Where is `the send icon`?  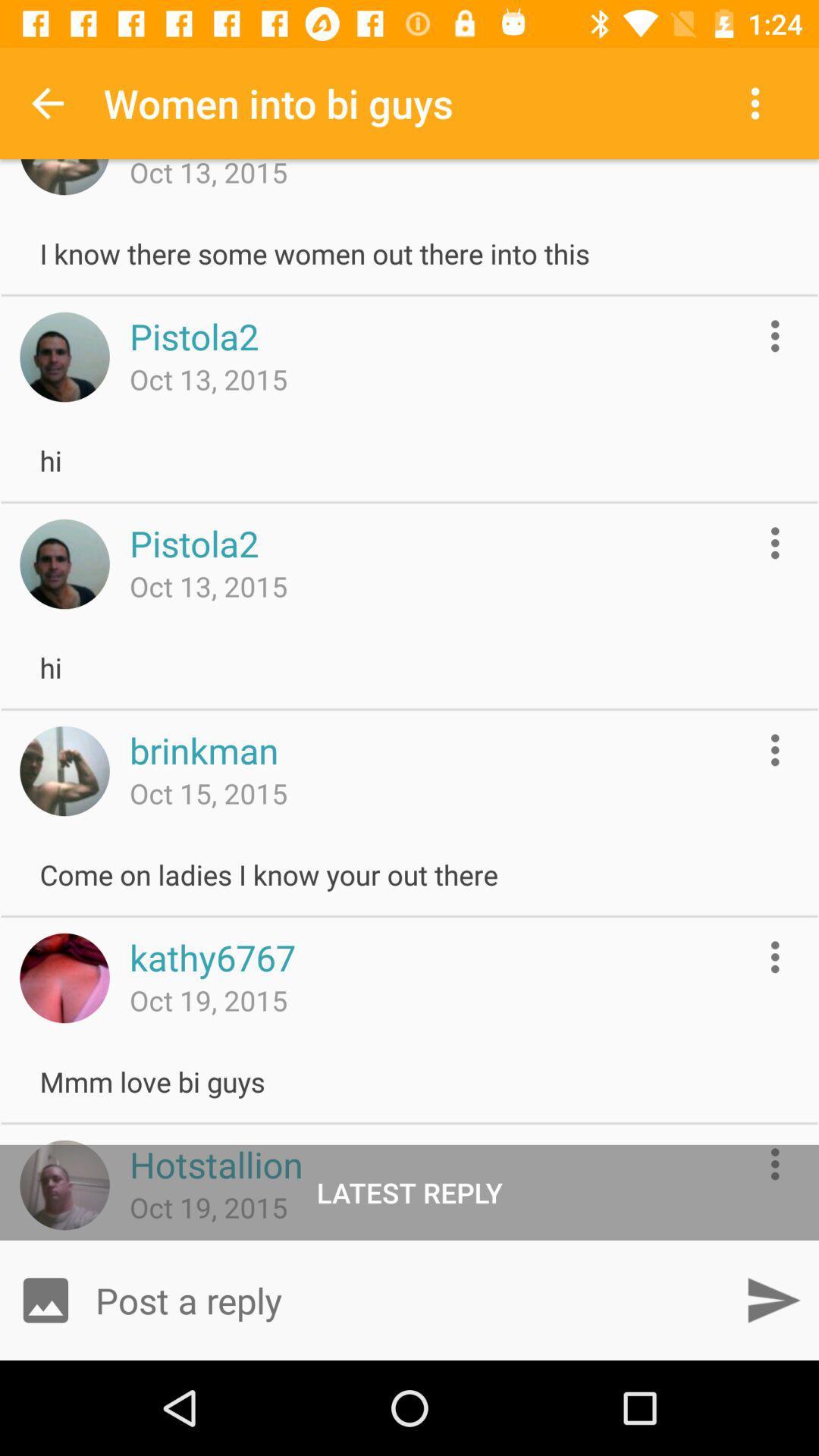 the send icon is located at coordinates (773, 1299).